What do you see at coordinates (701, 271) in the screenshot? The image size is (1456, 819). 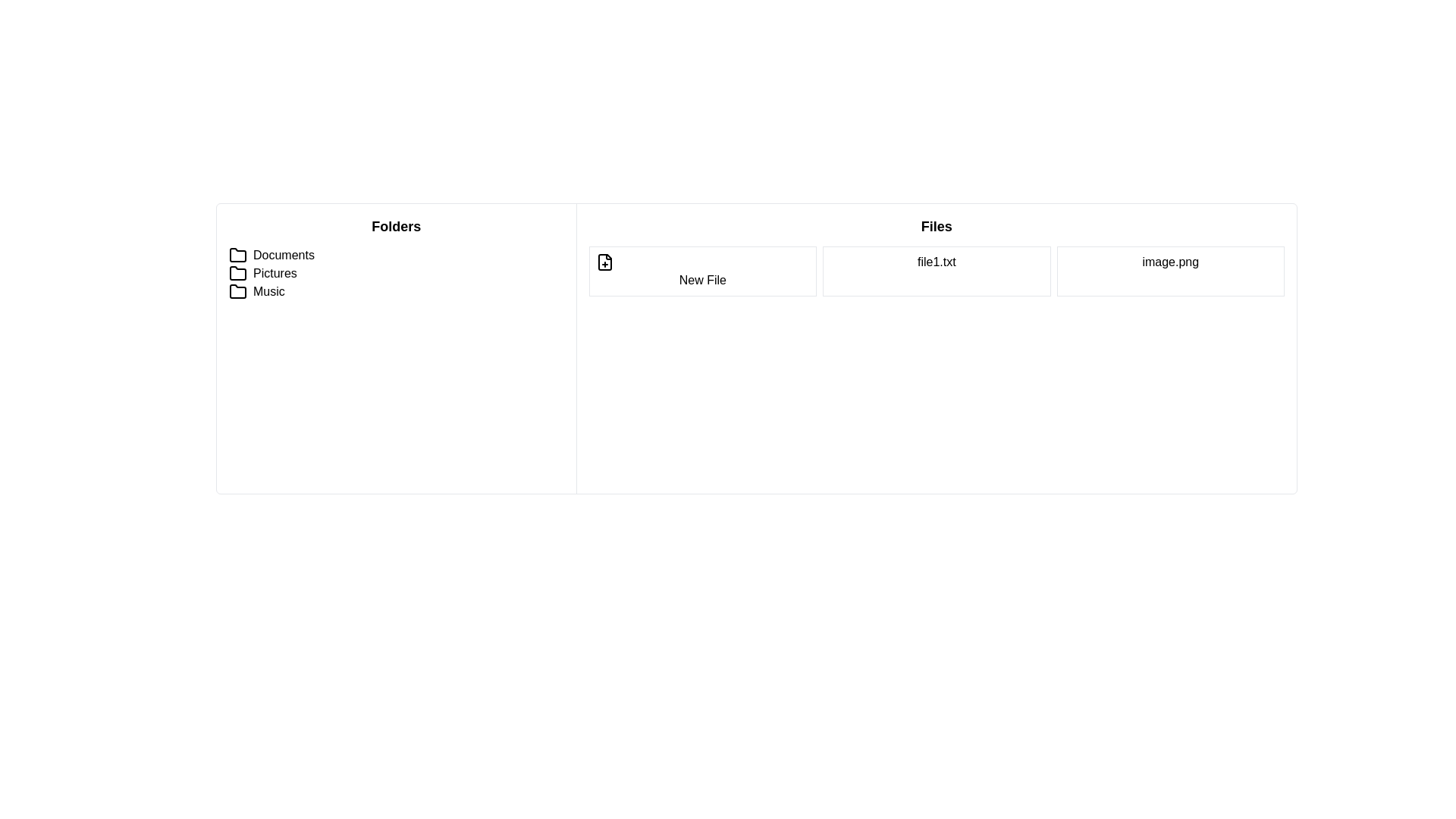 I see `the interactive button labeled 'New File', which features a document icon with a plus sign, to initiate file creation` at bounding box center [701, 271].